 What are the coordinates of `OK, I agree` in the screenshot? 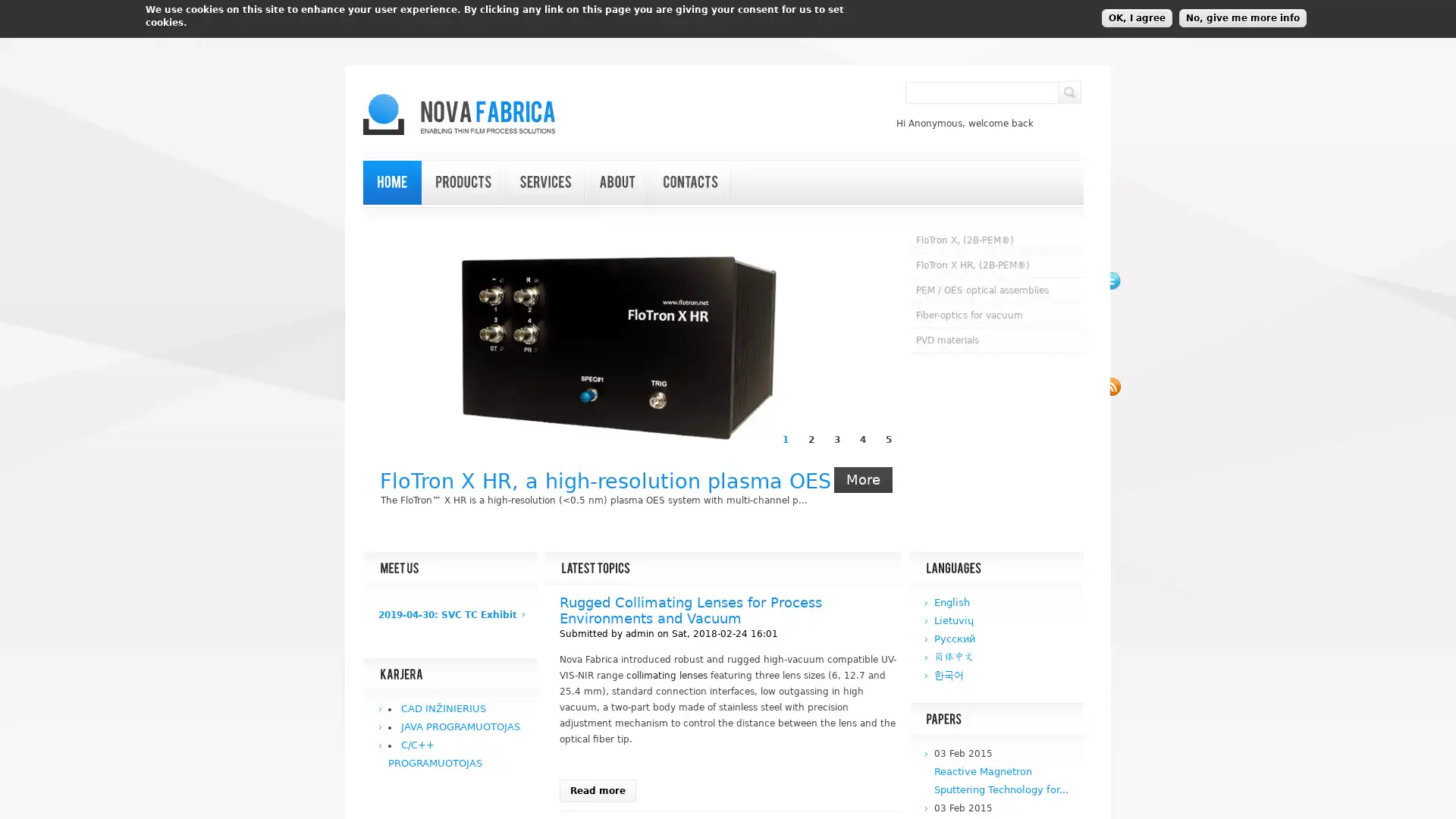 It's located at (1137, 17).